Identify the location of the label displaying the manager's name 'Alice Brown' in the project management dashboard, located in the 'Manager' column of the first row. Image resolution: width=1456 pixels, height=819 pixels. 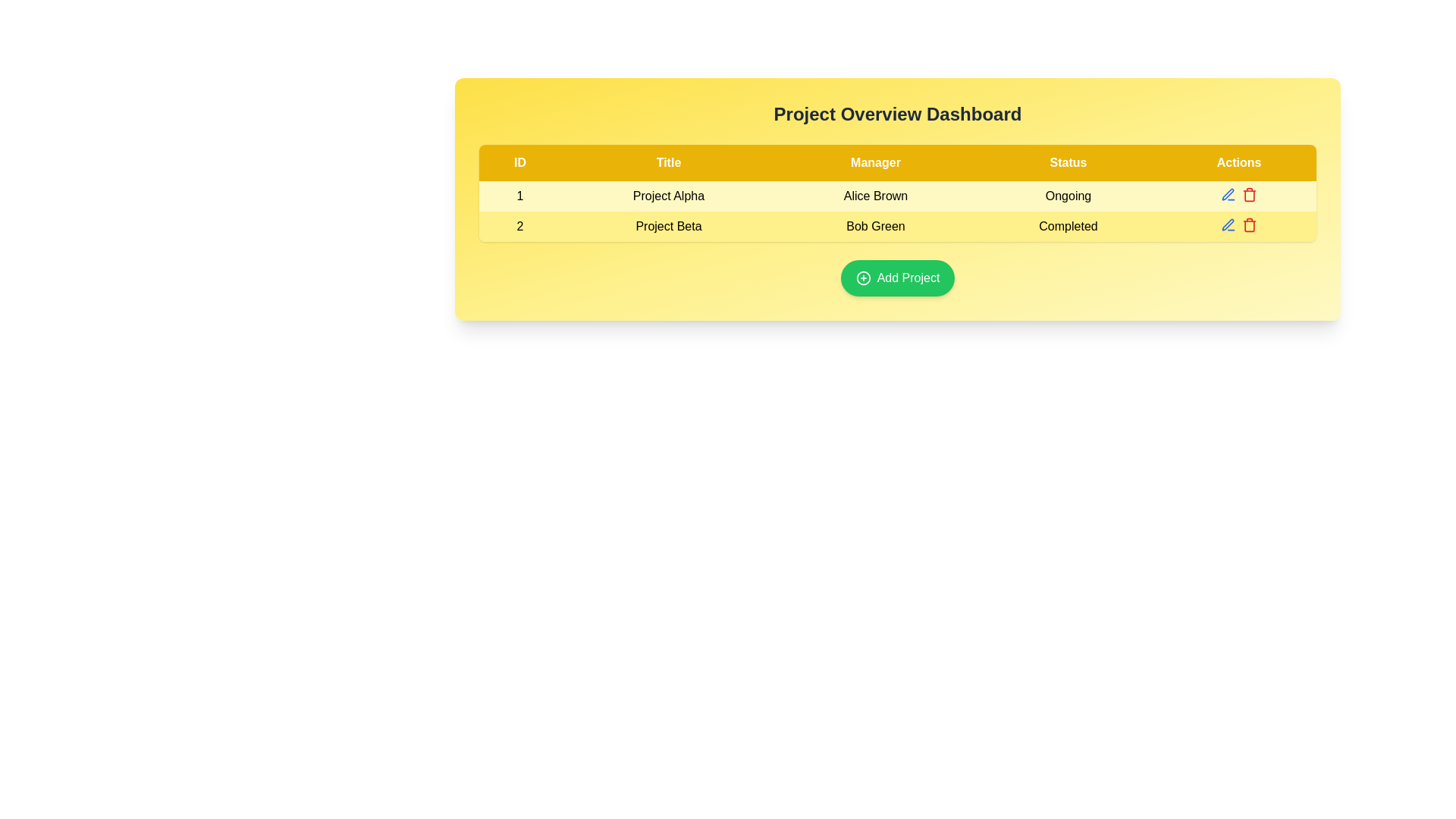
(876, 195).